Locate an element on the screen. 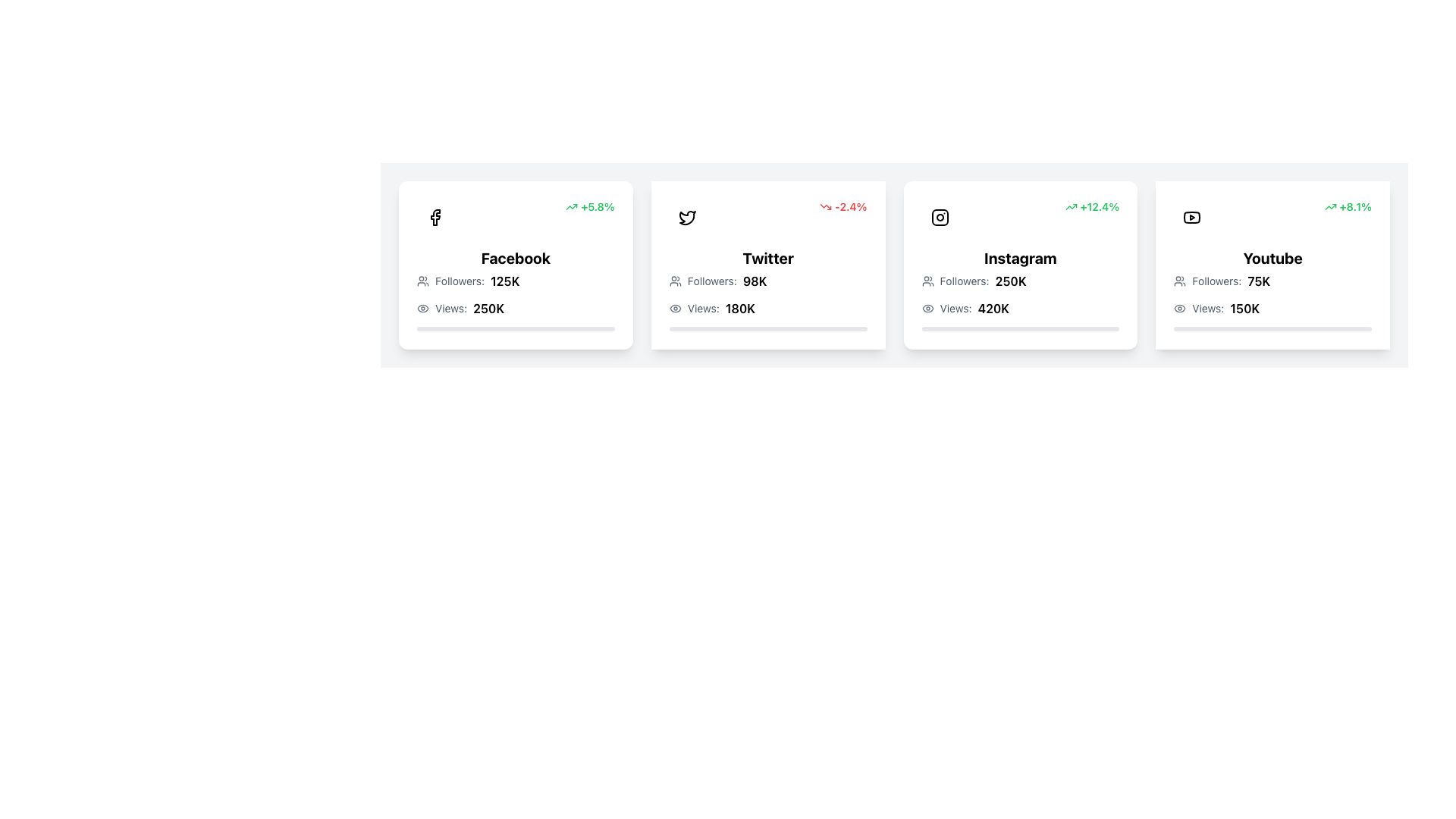 The width and height of the screenshot is (1456, 819). the horizontal progress bar beneath the 'Views' label displaying '420K' in the Instagram card's section is located at coordinates (1020, 328).